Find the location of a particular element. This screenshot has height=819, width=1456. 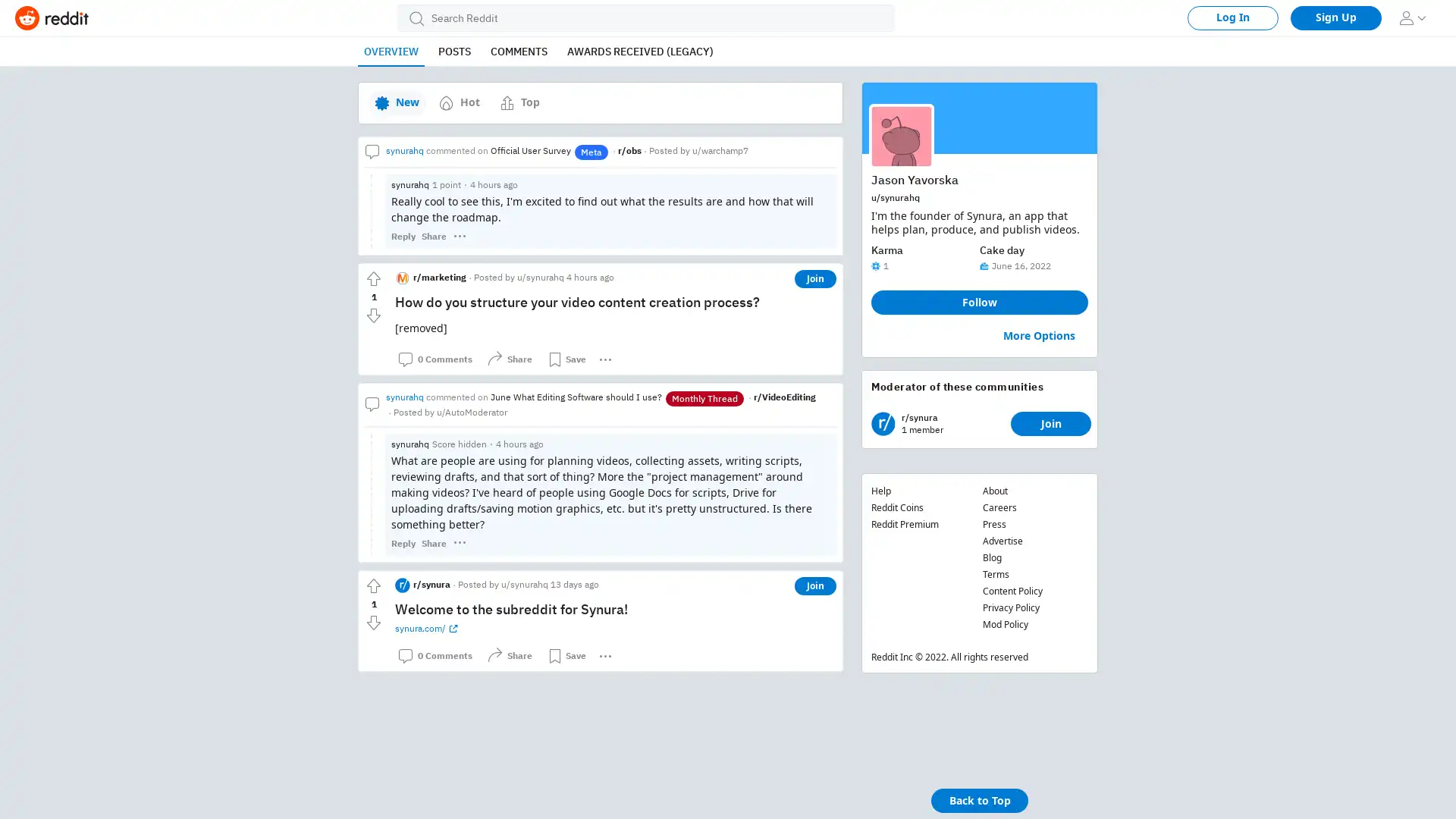

New is located at coordinates (397, 102).